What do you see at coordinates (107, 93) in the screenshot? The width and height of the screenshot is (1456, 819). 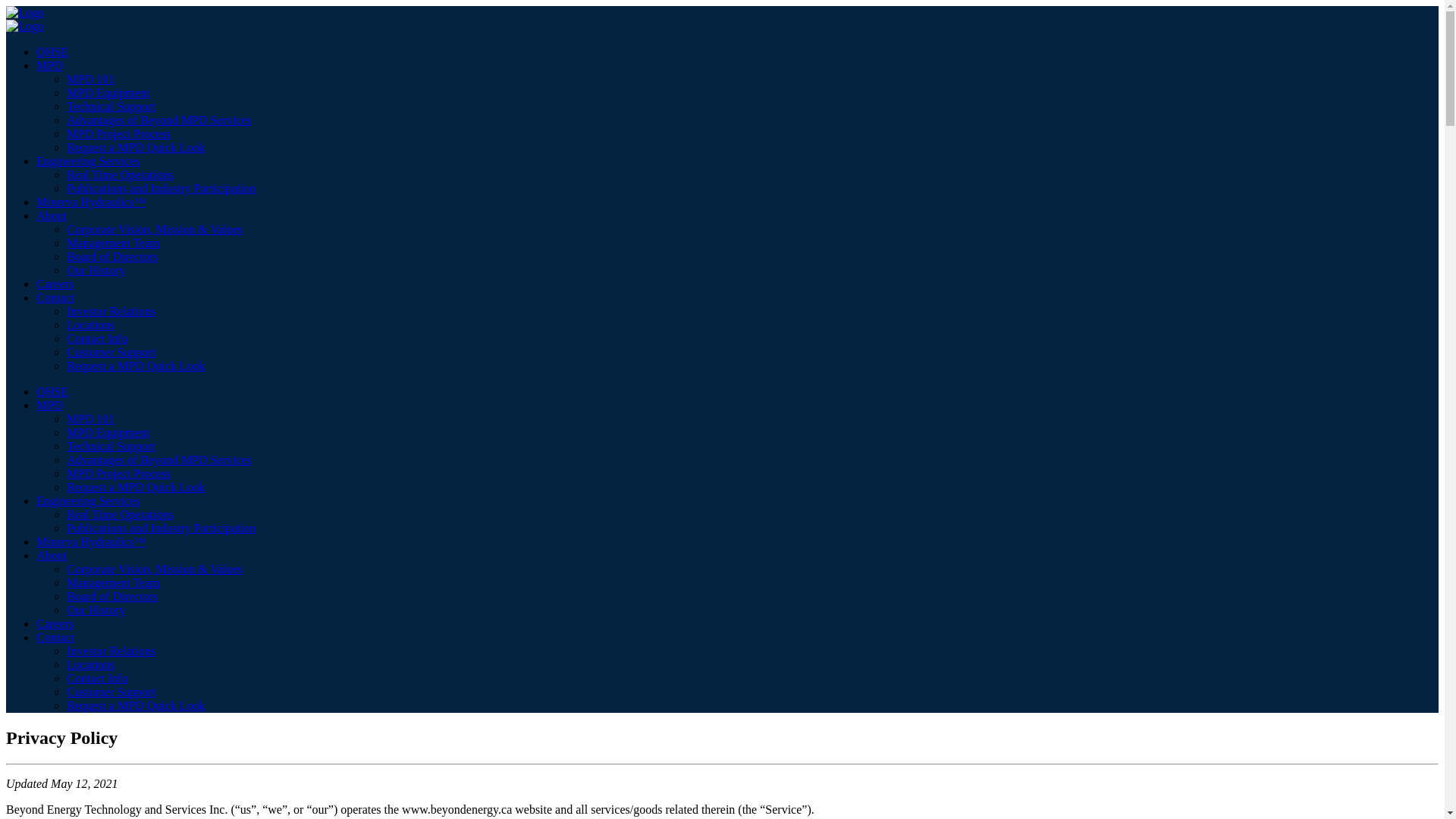 I see `'MPD Equipment'` at bounding box center [107, 93].